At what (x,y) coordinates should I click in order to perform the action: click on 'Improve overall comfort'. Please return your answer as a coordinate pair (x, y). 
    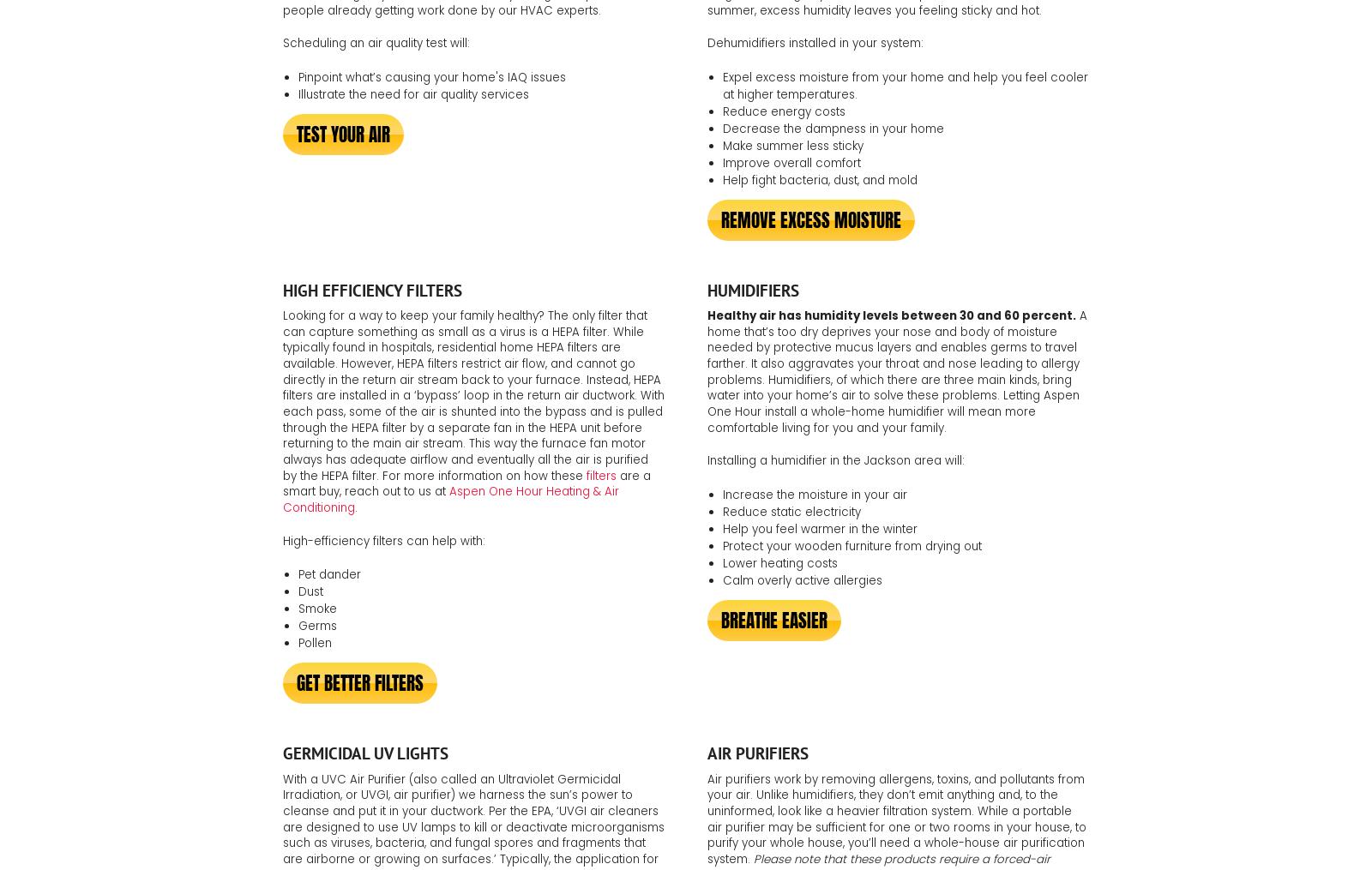
    Looking at the image, I should click on (790, 161).